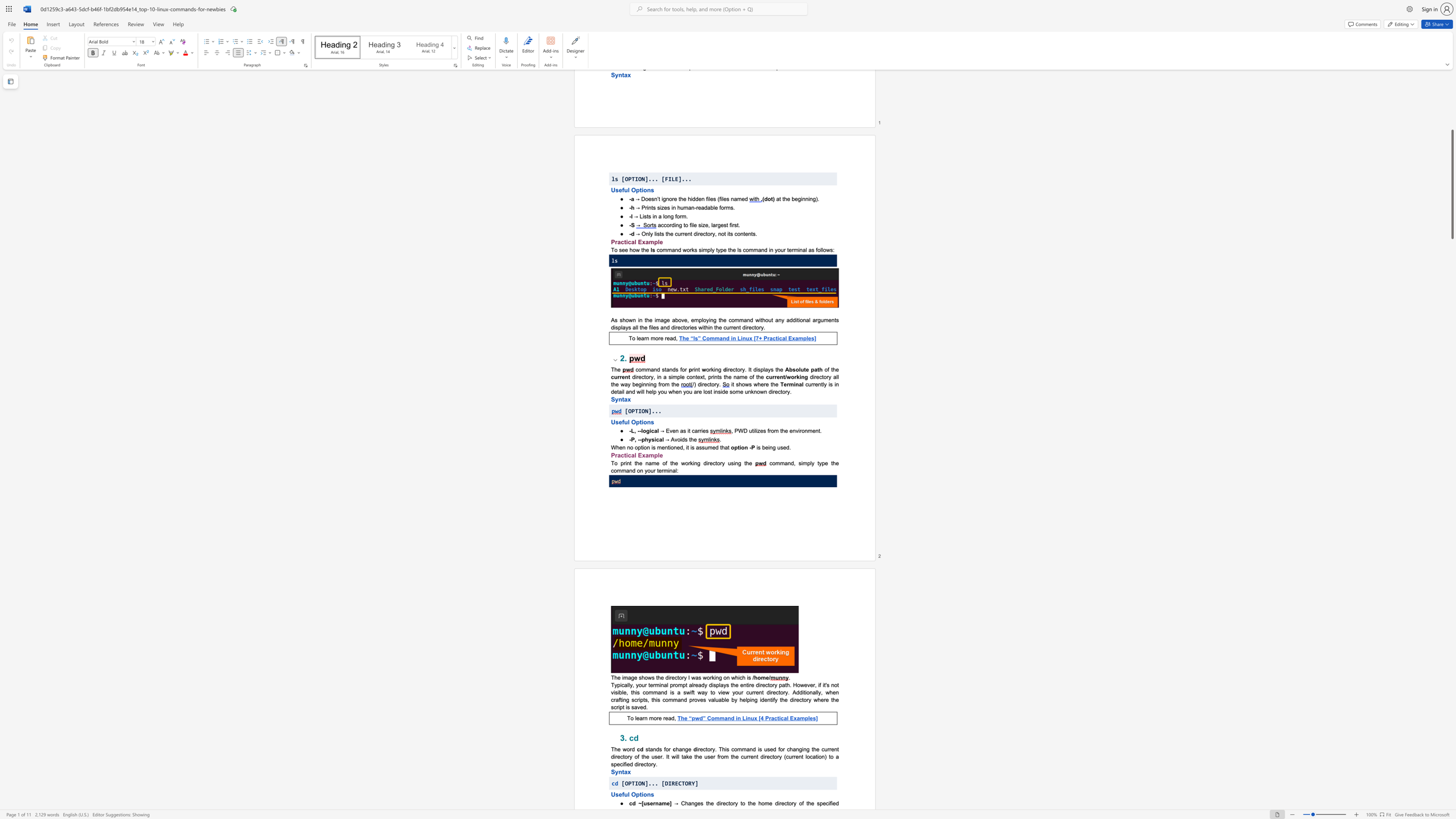  I want to click on the 3th character "-" in the text, so click(640, 439).